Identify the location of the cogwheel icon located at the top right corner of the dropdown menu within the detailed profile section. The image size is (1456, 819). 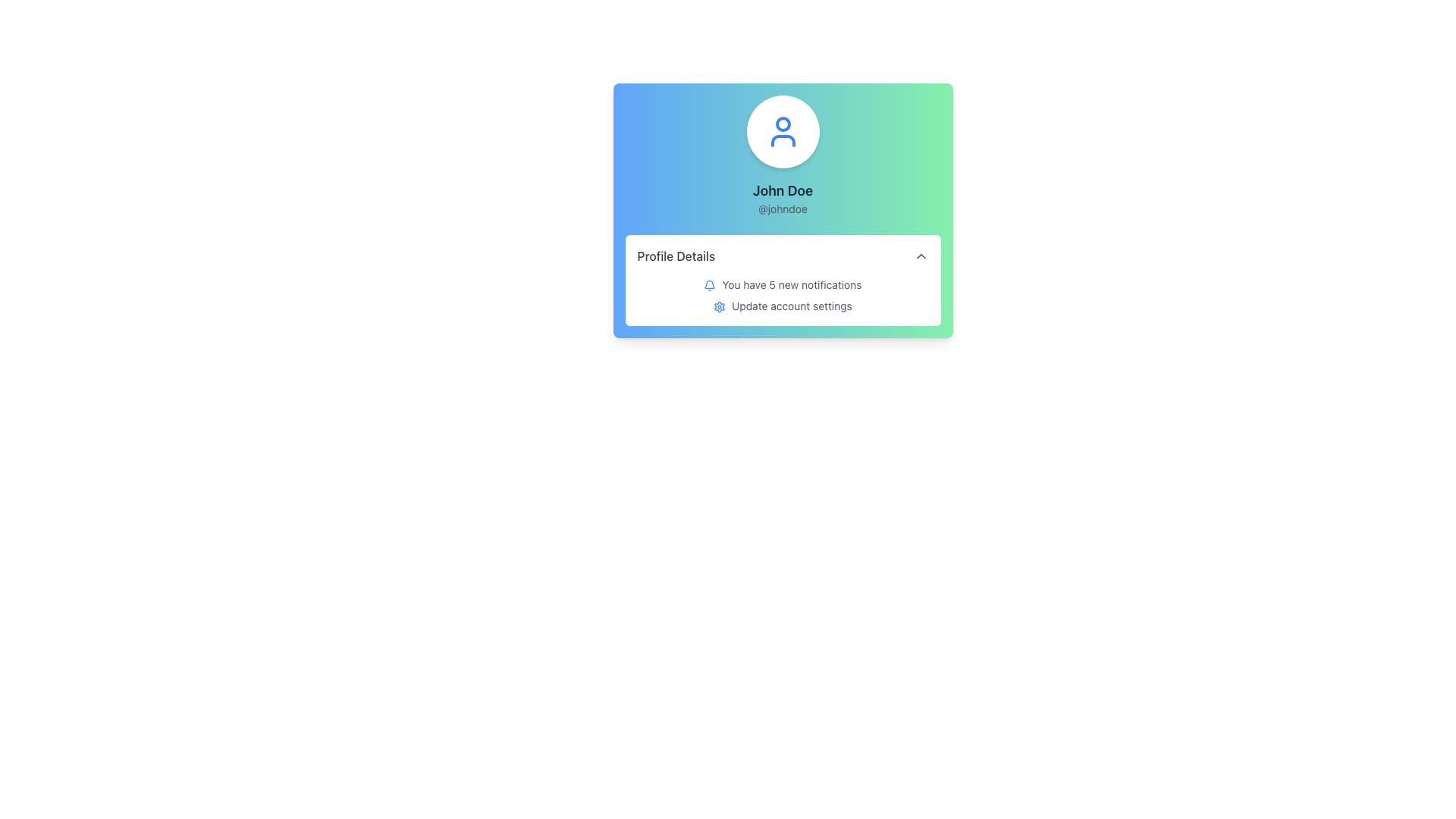
(719, 307).